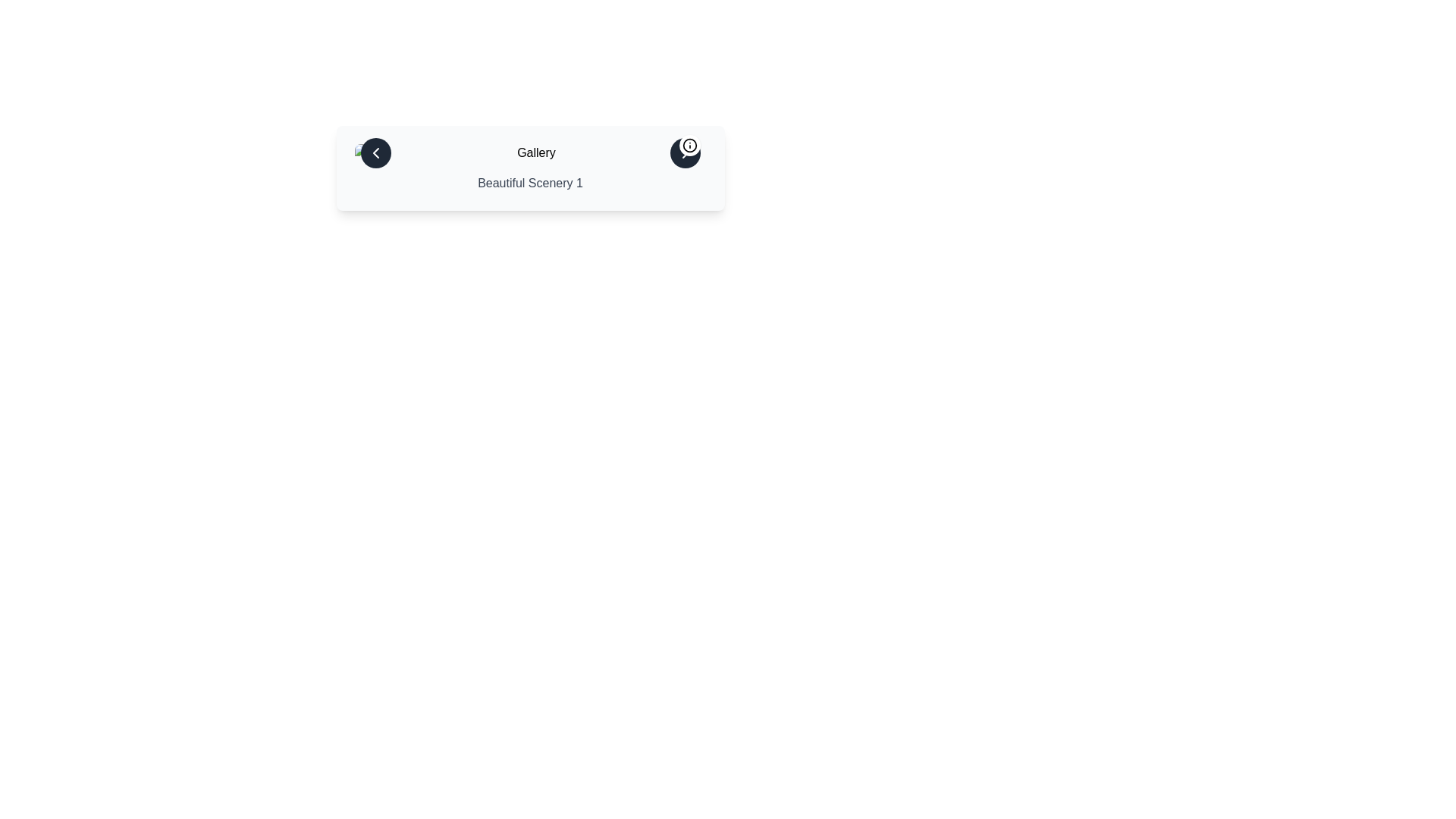 This screenshot has height=819, width=1456. I want to click on the chevron Arrow Icon located on the rightmost side of the component, so click(684, 152).